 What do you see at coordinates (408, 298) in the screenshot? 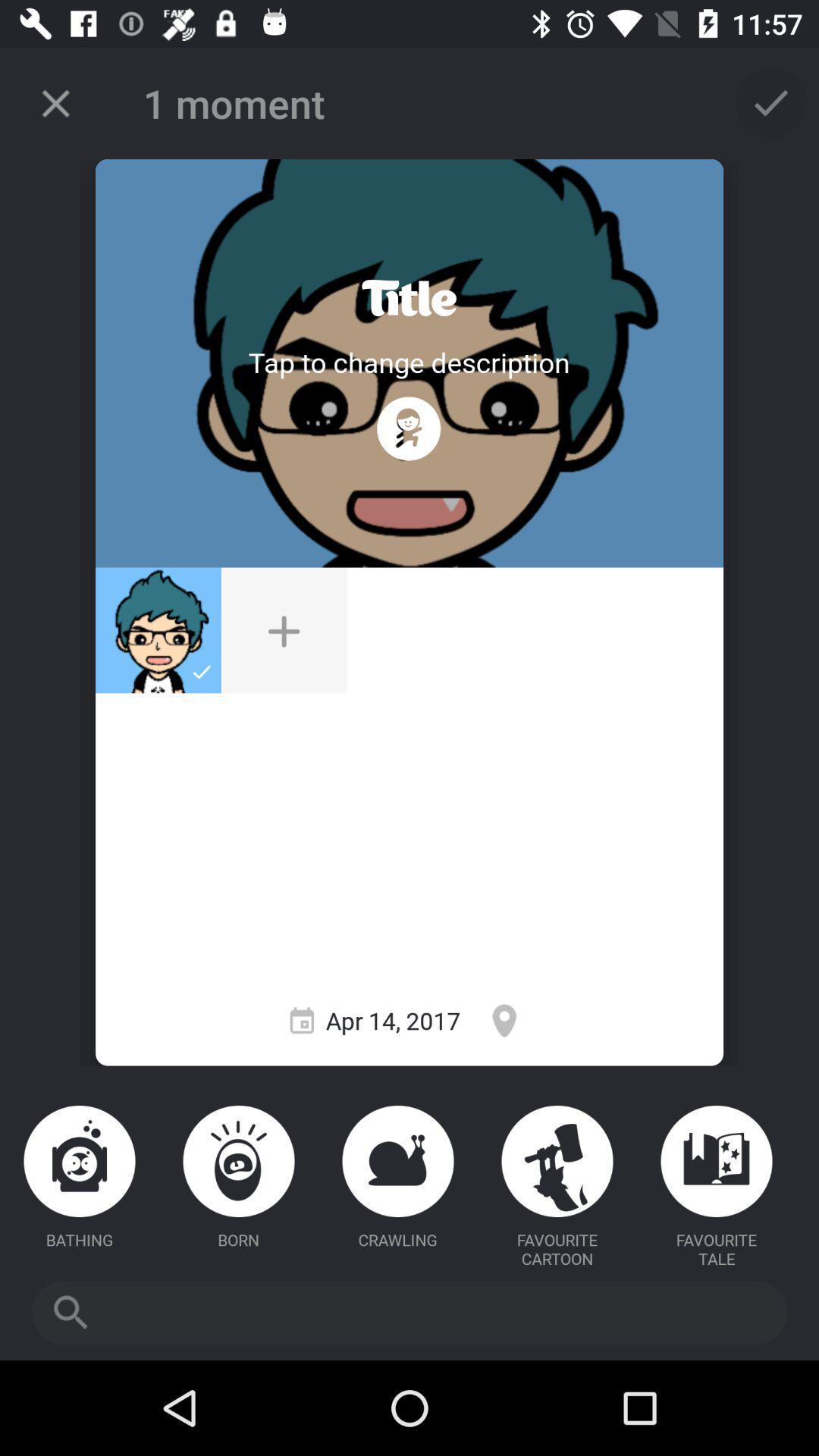
I see `toggle` at bounding box center [408, 298].